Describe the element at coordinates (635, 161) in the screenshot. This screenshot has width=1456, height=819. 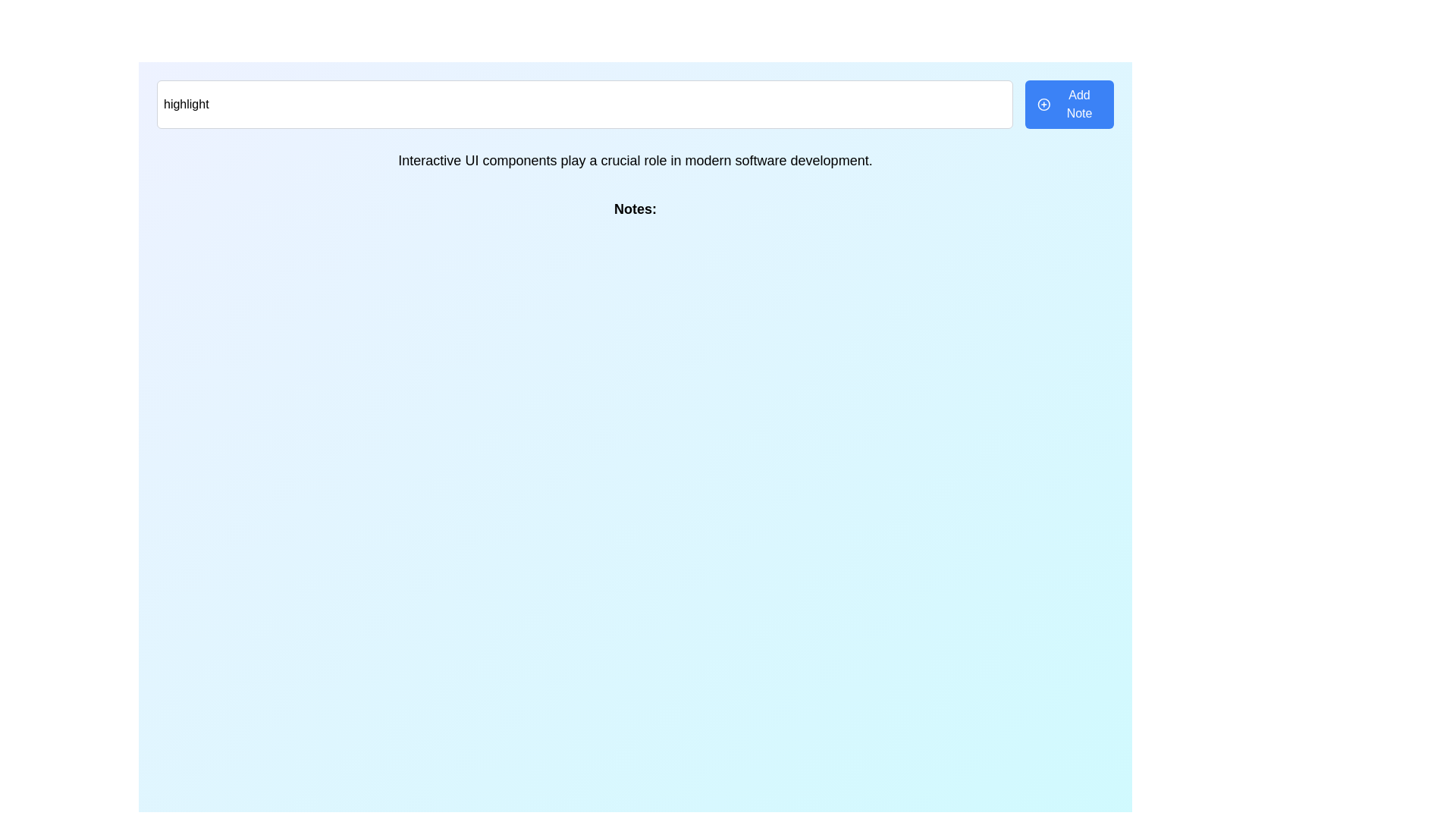
I see `informational text displayed in the text block located centrally above the 'Notes' section and below the search bar` at that location.